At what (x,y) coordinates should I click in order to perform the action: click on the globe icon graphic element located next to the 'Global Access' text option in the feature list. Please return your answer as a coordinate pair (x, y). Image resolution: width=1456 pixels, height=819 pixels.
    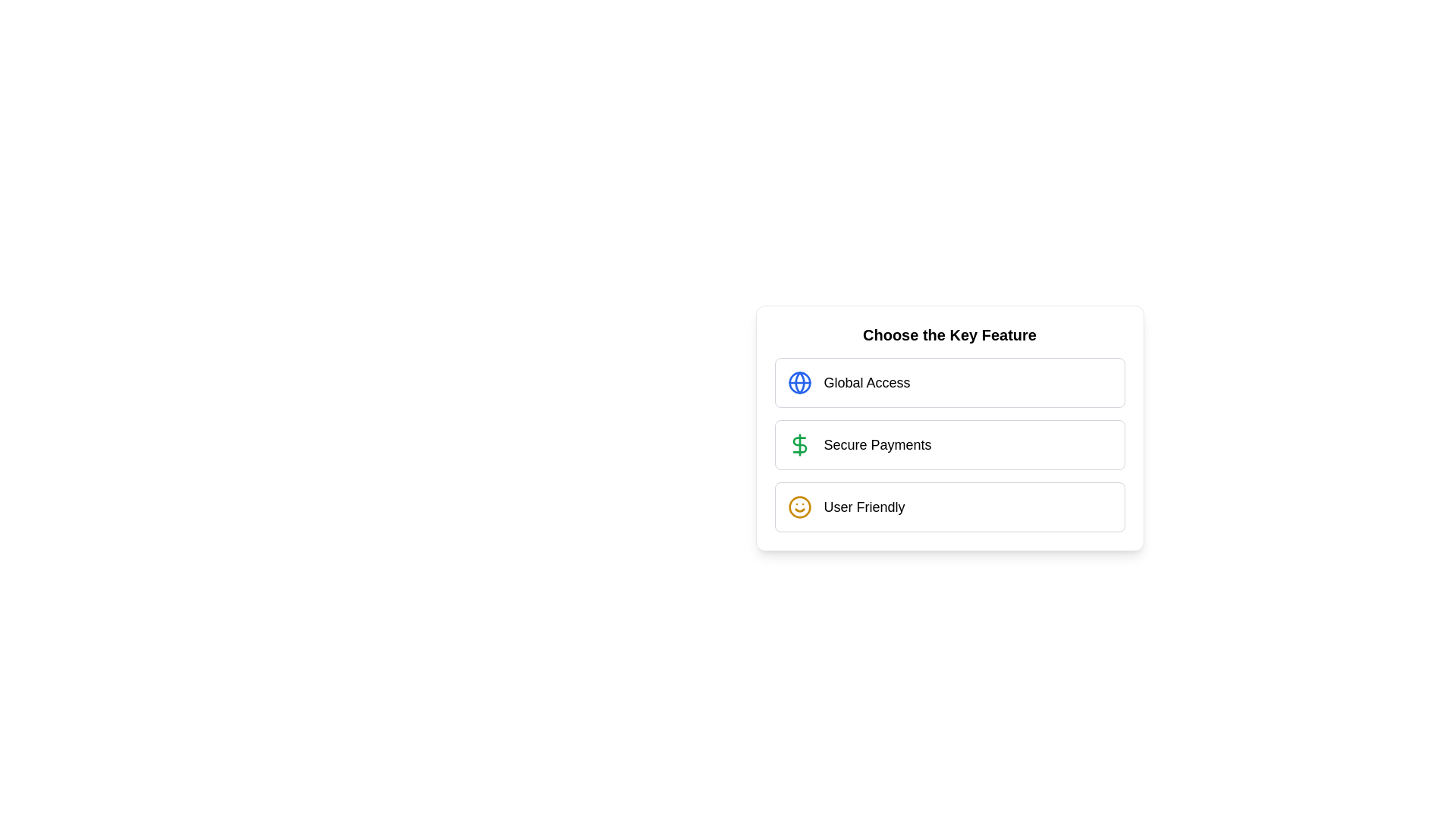
    Looking at the image, I should click on (799, 382).